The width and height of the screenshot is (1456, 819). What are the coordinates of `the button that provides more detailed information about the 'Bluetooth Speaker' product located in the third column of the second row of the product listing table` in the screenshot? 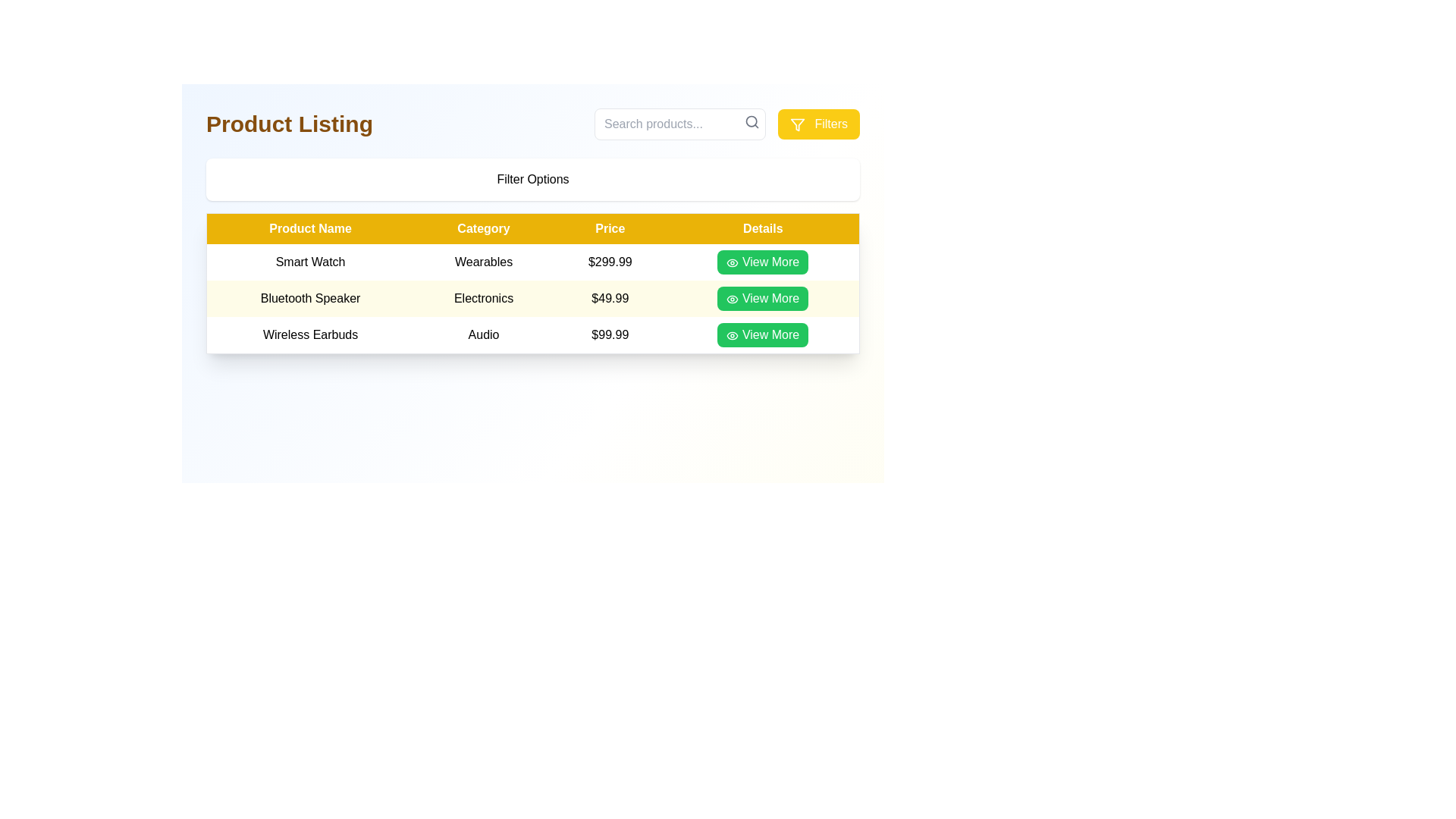 It's located at (763, 298).